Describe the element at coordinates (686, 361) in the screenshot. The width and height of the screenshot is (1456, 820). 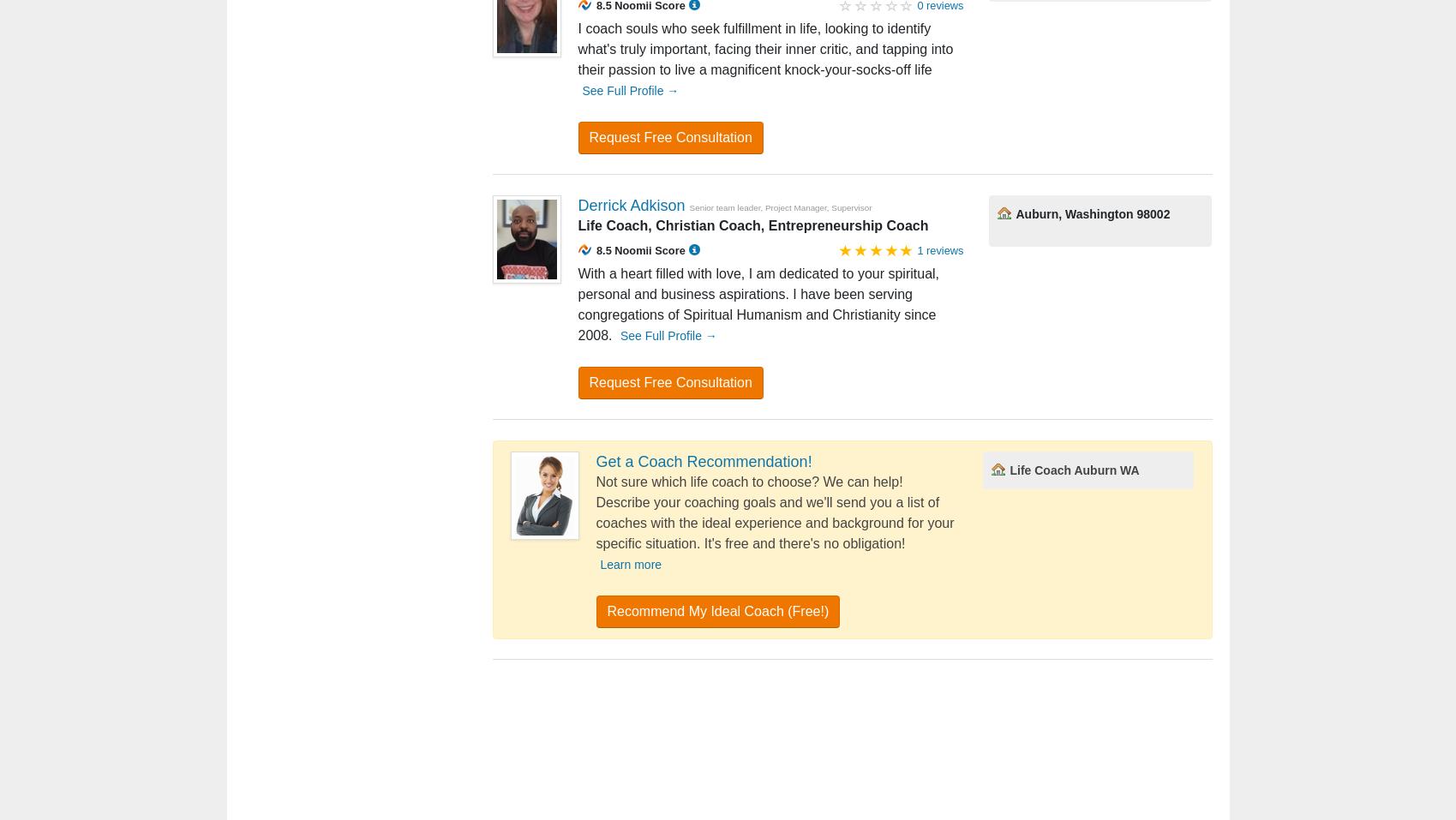
I see `'The Smart Way To Find A Coach'` at that location.